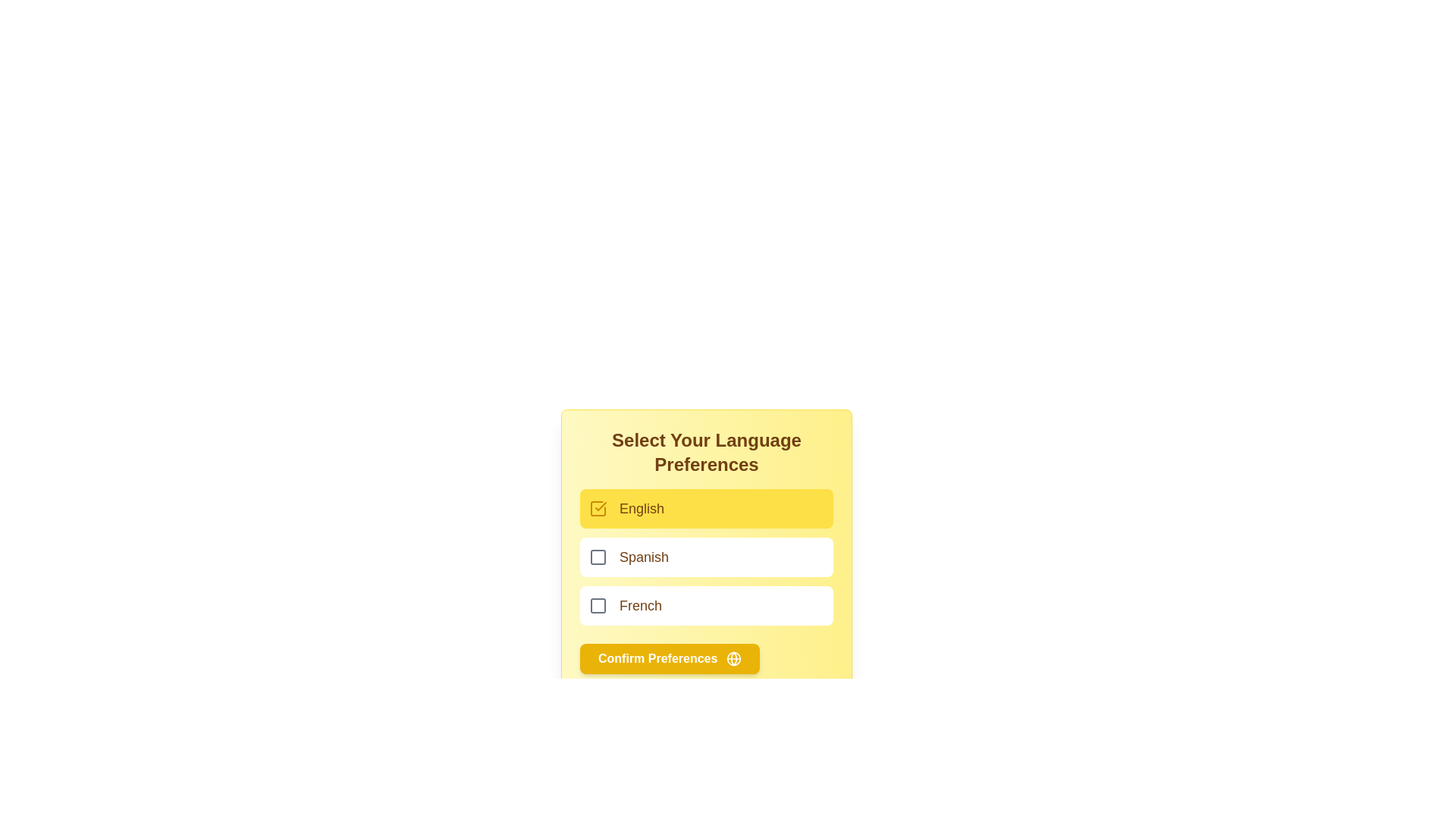  What do you see at coordinates (734, 657) in the screenshot?
I see `the circular globe icon with a wireframe design on a yellow background, located to the right of the 'Confirm Preferences' text inside a yellow rectangular button` at bounding box center [734, 657].